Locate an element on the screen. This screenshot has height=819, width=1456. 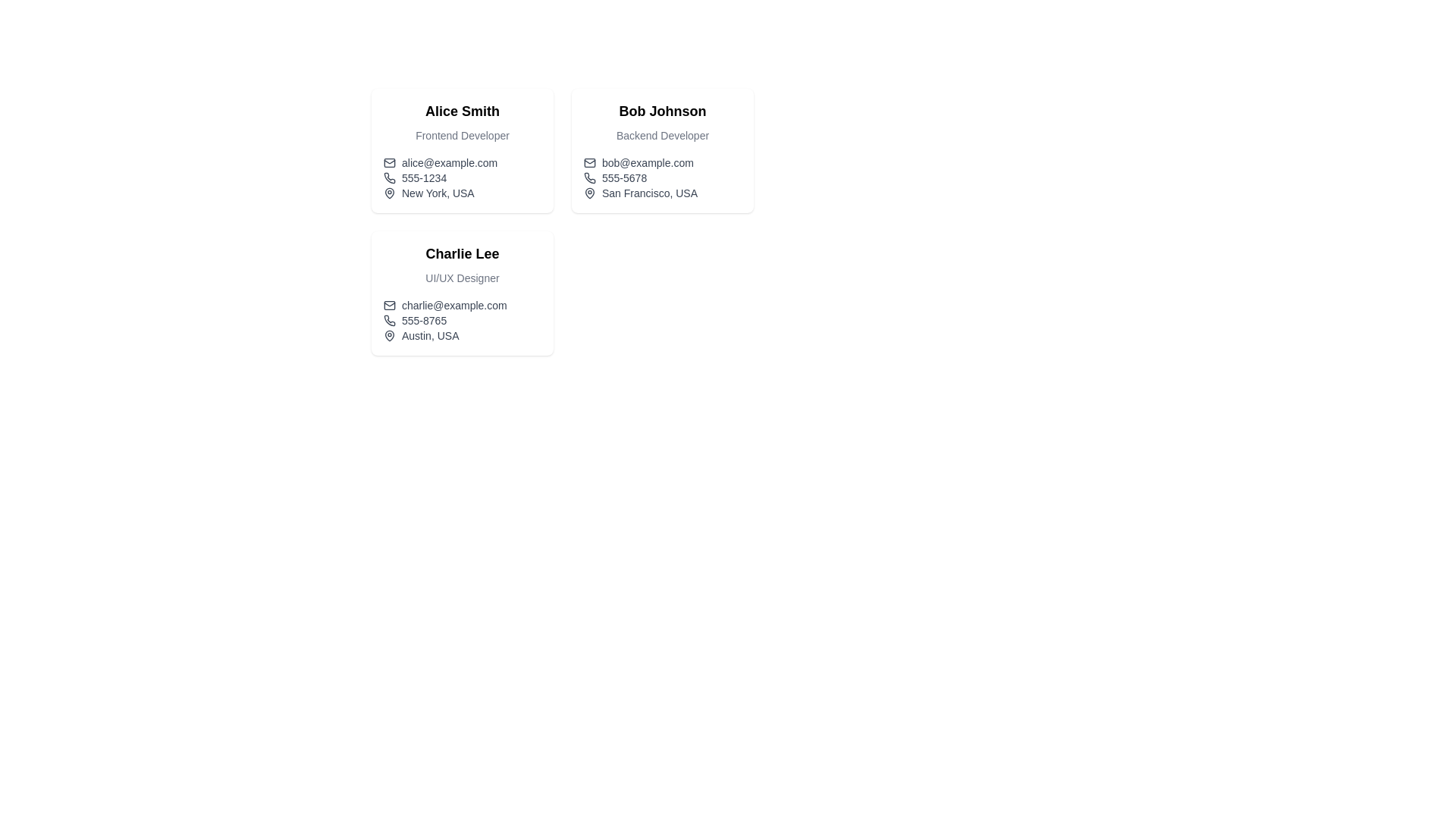
the header text displaying 'Alice Smith' which is centrally aligned at the top of the user profile card is located at coordinates (461, 110).